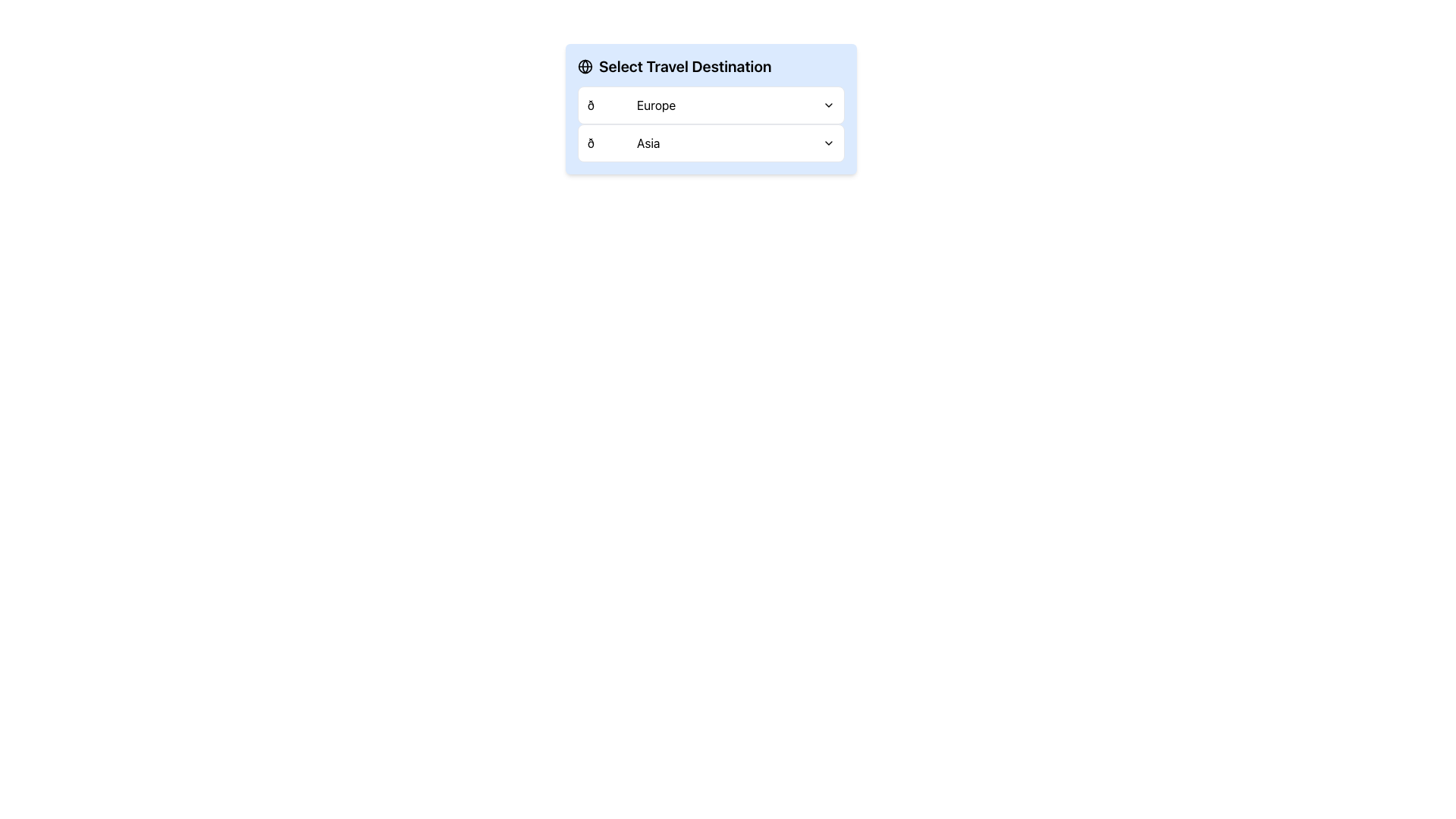  I want to click on the dropdown menu item labeled '🌏 Asia' to change its background color to light blue, so click(710, 143).